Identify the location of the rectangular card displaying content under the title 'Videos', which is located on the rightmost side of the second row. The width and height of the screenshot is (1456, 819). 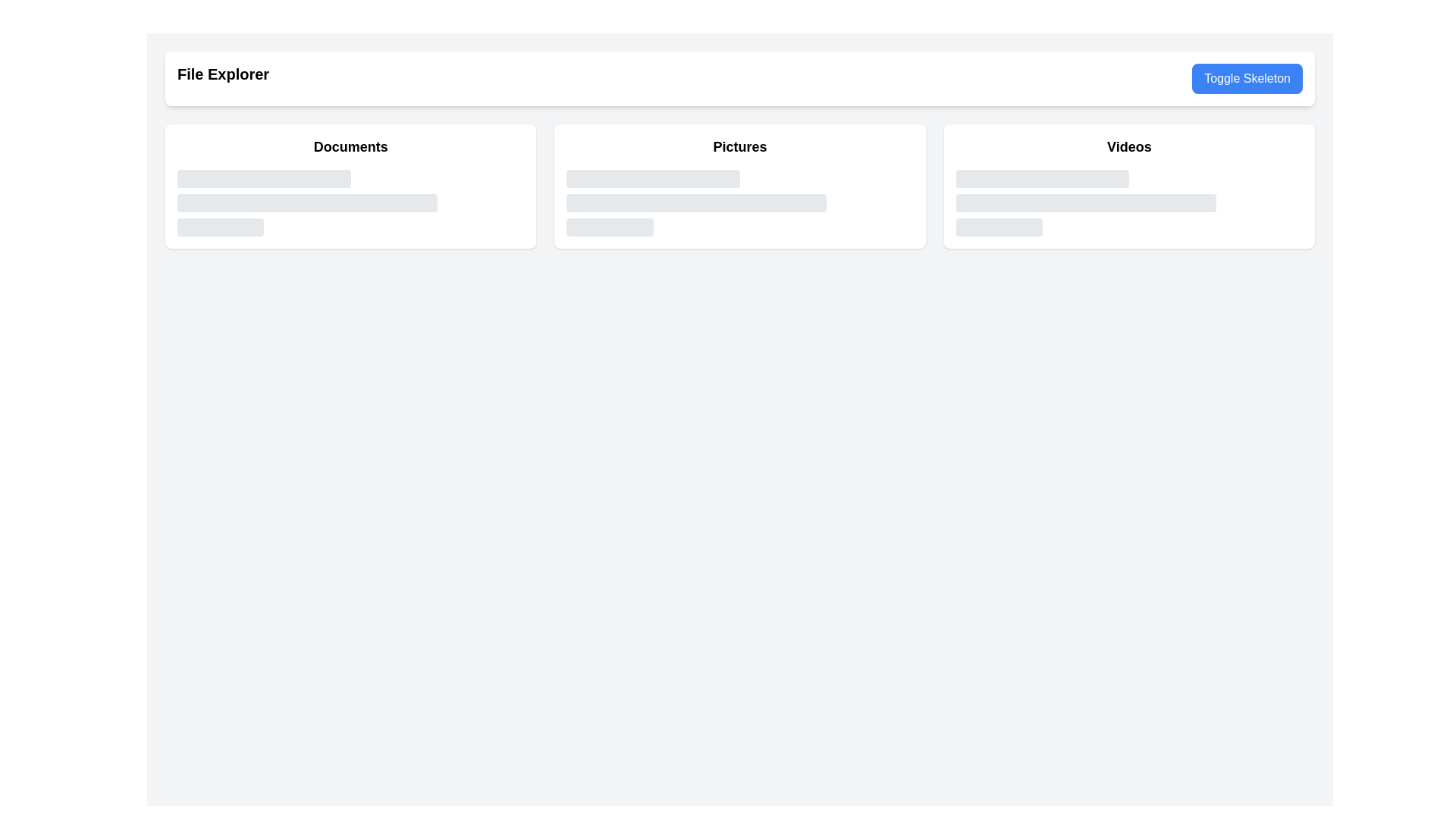
(1129, 186).